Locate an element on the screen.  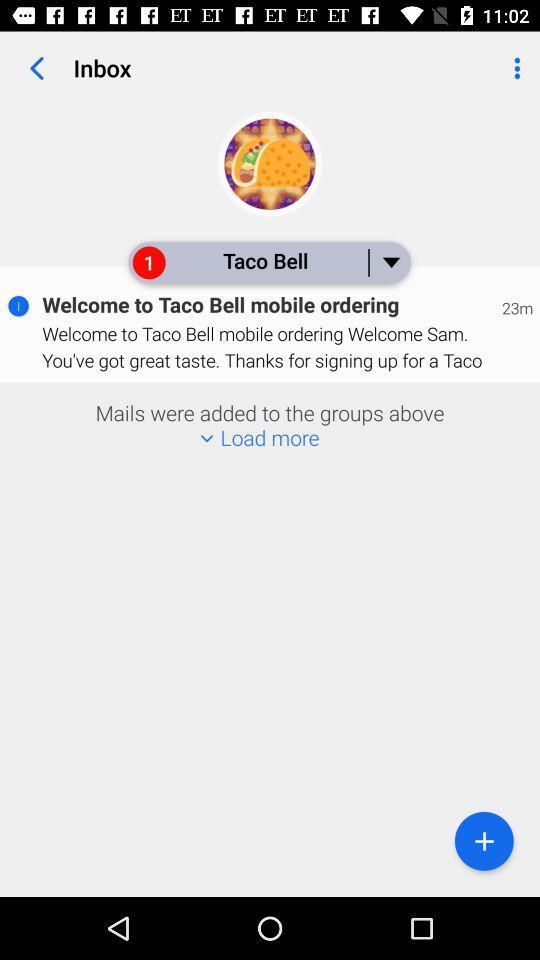
item to the left of the inbox item is located at coordinates (36, 68).